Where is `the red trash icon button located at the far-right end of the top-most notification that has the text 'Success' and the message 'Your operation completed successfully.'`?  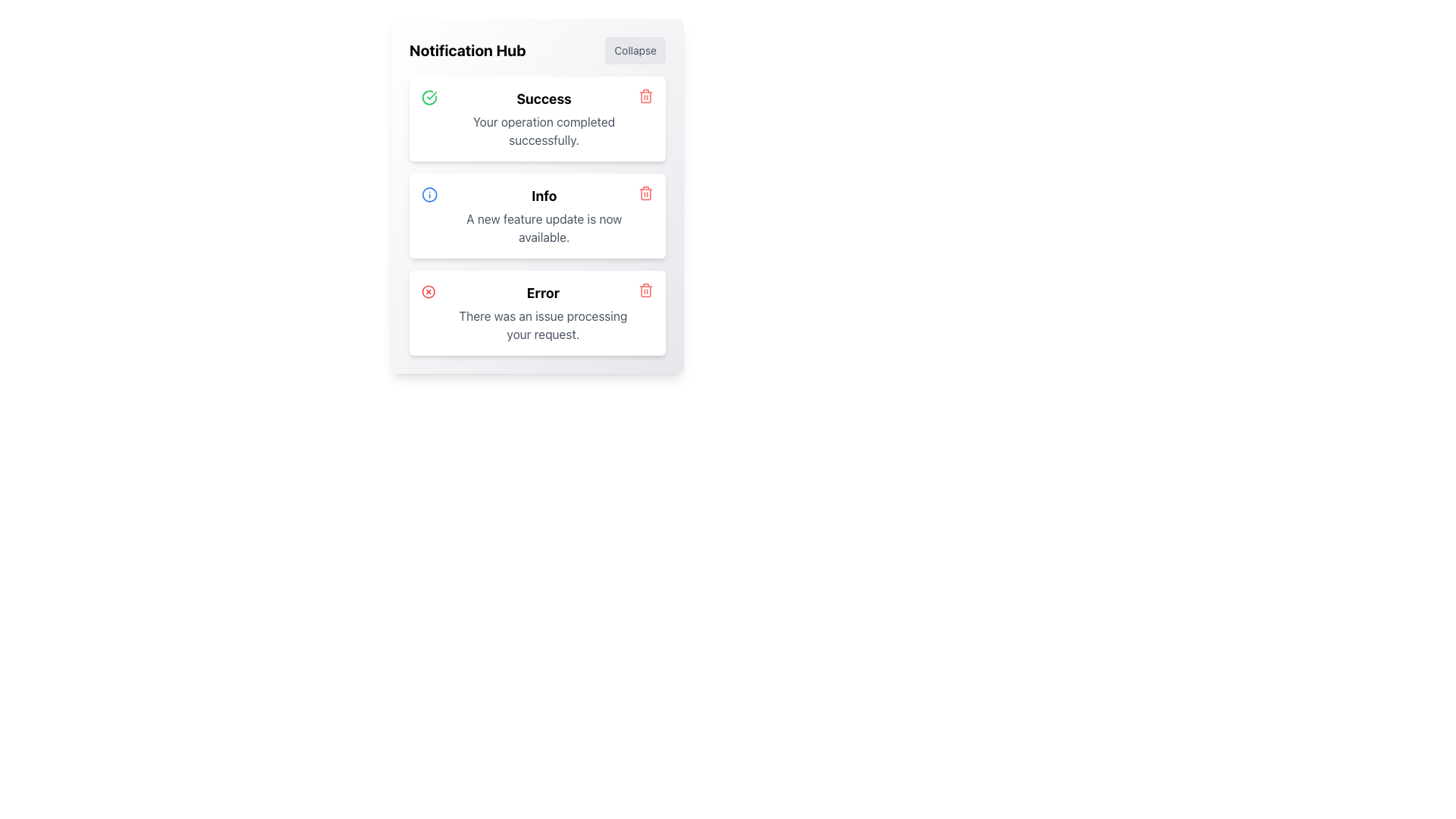
the red trash icon button located at the far-right end of the top-most notification that has the text 'Success' and the message 'Your operation completed successfully.' is located at coordinates (645, 96).